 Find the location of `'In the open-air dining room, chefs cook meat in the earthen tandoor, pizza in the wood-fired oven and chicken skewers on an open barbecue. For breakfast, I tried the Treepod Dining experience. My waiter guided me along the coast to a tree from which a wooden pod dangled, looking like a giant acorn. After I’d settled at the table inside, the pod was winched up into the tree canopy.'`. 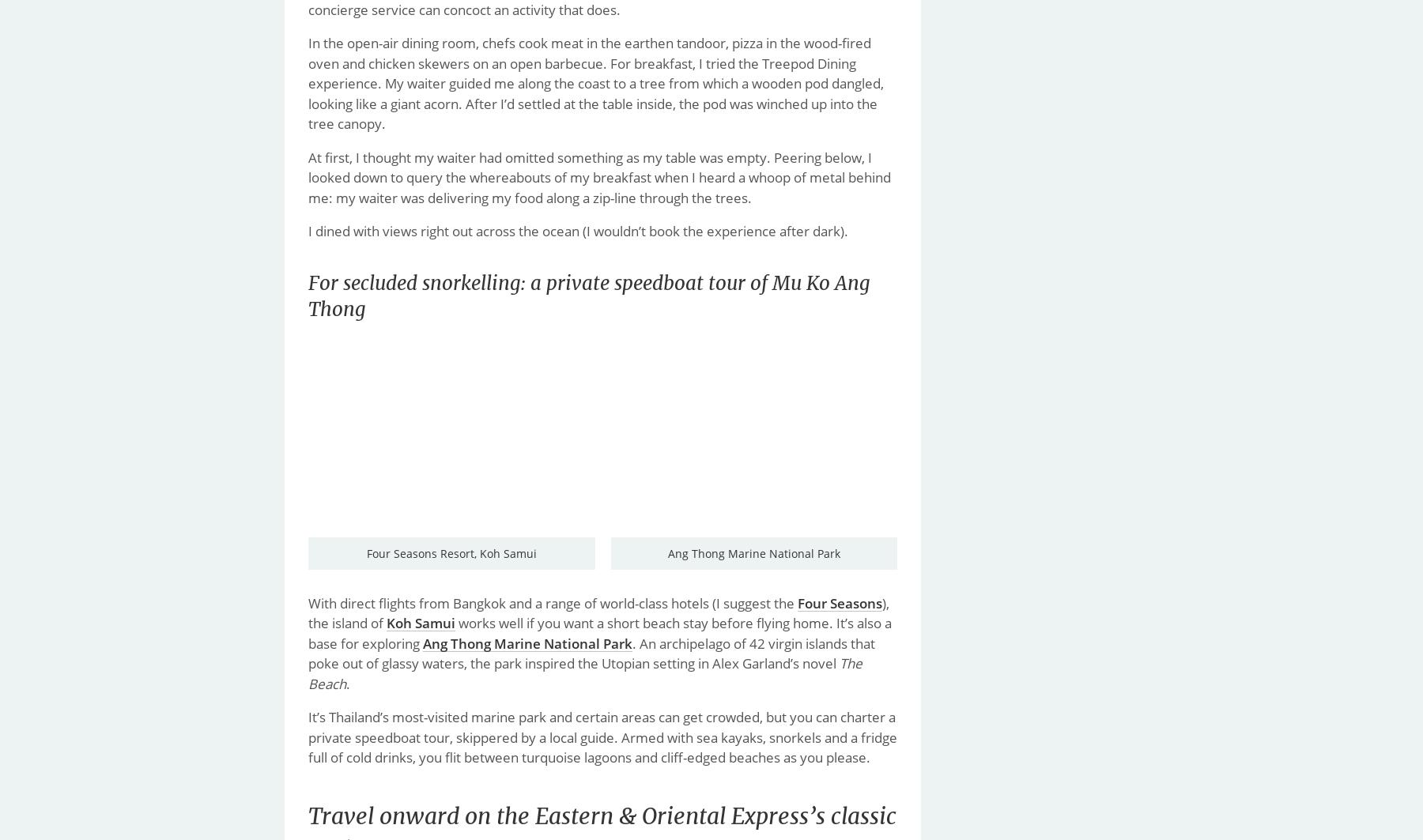

'In the open-air dining room, chefs cook meat in the earthen tandoor, pizza in the wood-fired oven and chicken skewers on an open barbecue. For breakfast, I tried the Treepod Dining experience. My waiter guided me along the coast to a tree from which a wooden pod dangled, looking like a giant acorn. After I’d settled at the table inside, the pod was winched up into the tree canopy.' is located at coordinates (595, 83).